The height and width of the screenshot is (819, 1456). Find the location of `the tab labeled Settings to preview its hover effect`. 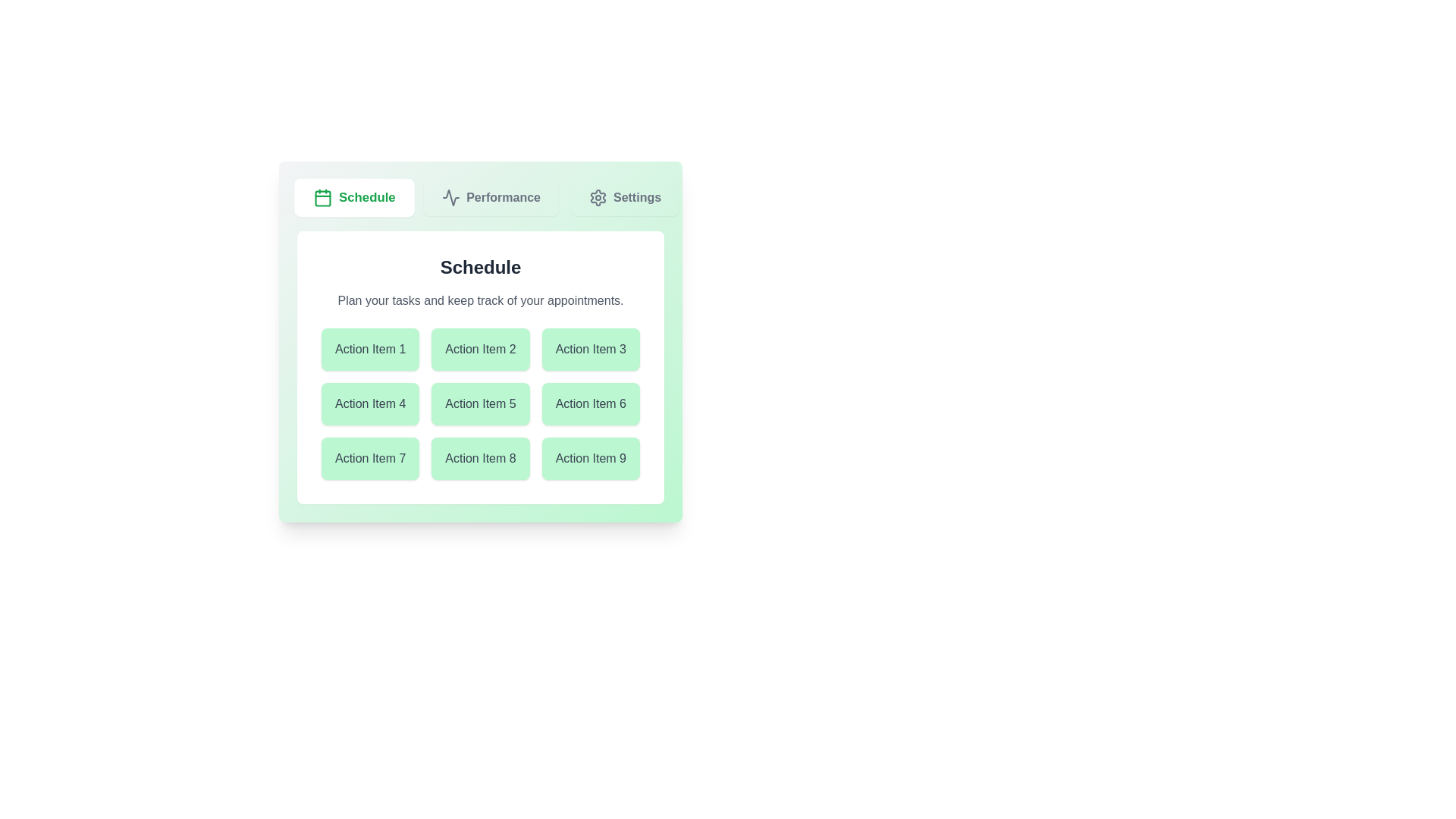

the tab labeled Settings to preview its hover effect is located at coordinates (625, 197).